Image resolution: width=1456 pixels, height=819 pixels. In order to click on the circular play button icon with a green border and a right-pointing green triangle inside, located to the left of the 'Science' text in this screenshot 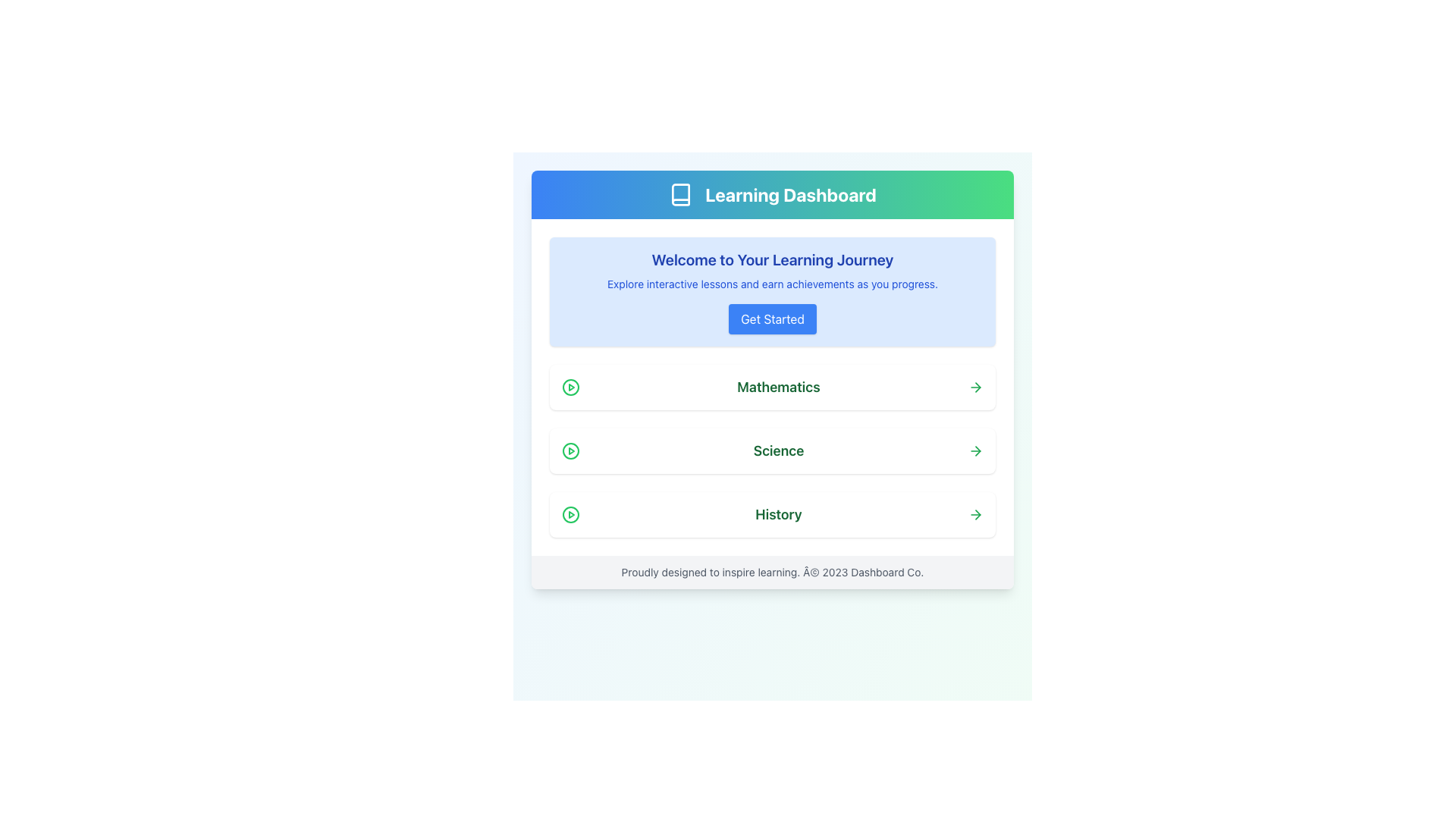, I will do `click(570, 450)`.